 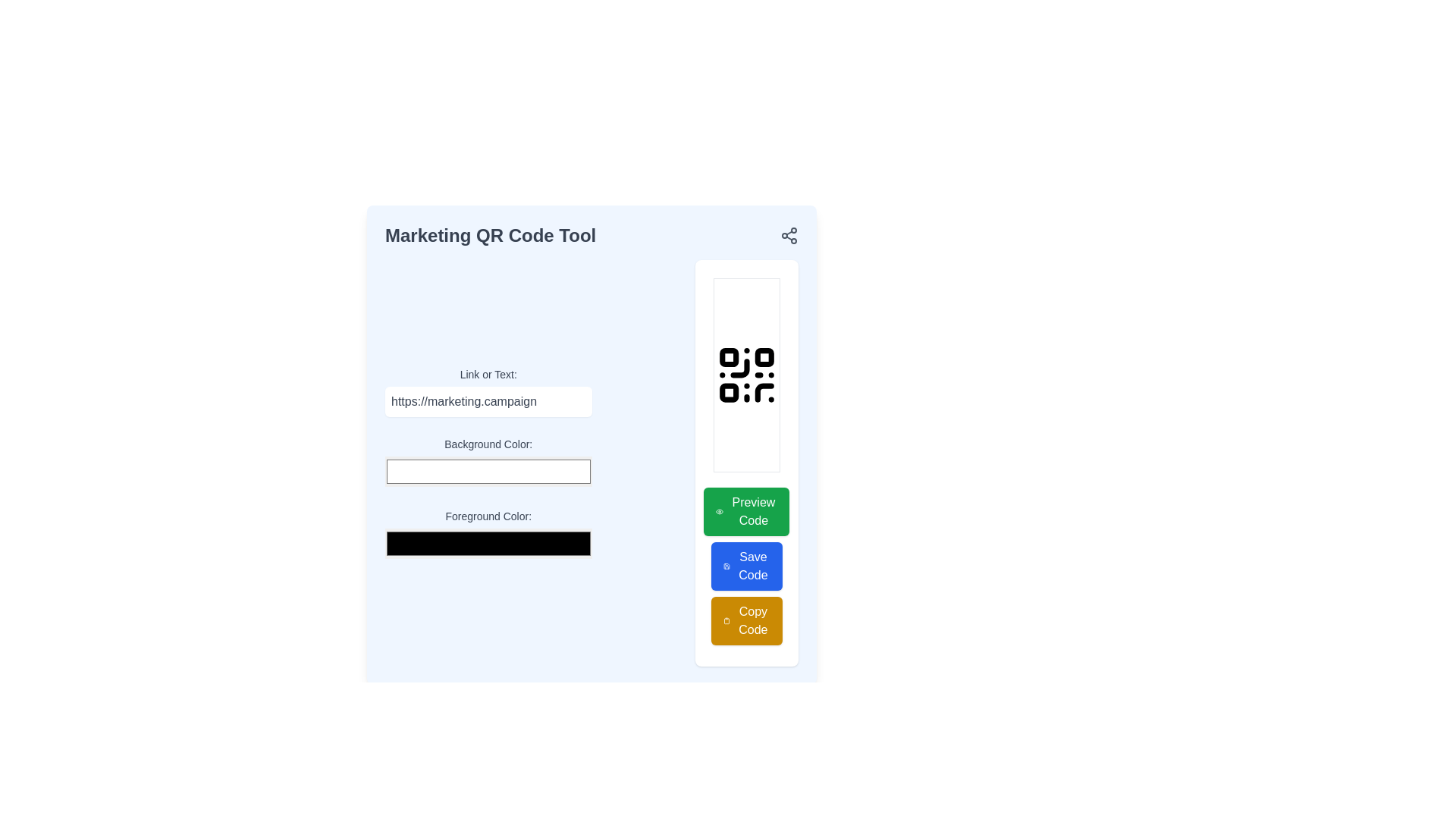 I want to click on the second button in the vertical sequence, which is positioned below the 'Preview Code' button and above the 'Copy Code' button, so click(x=746, y=566).